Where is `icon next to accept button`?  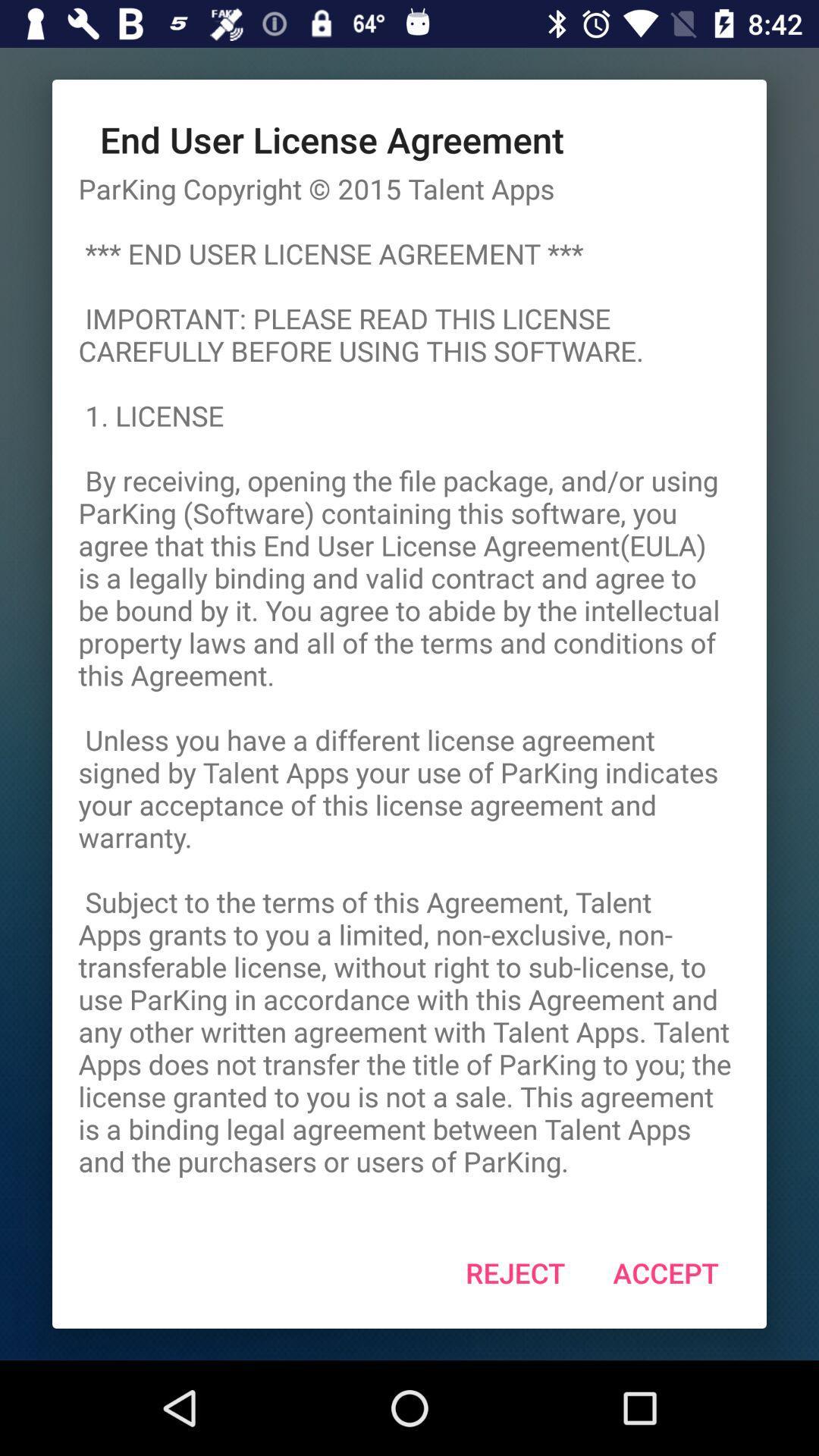
icon next to accept button is located at coordinates (514, 1272).